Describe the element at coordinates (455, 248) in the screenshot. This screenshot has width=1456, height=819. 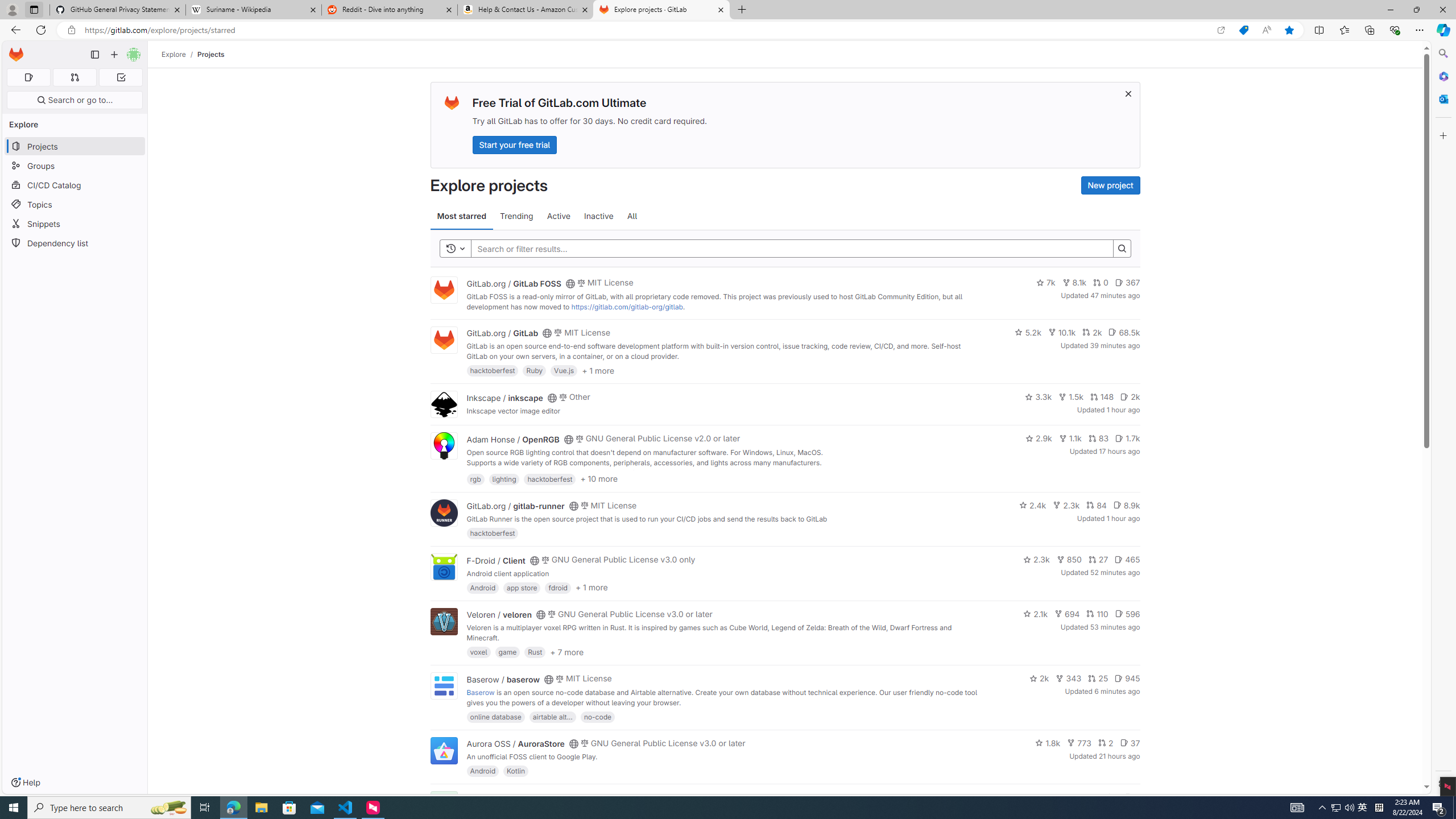
I see `'Toggle history'` at that location.